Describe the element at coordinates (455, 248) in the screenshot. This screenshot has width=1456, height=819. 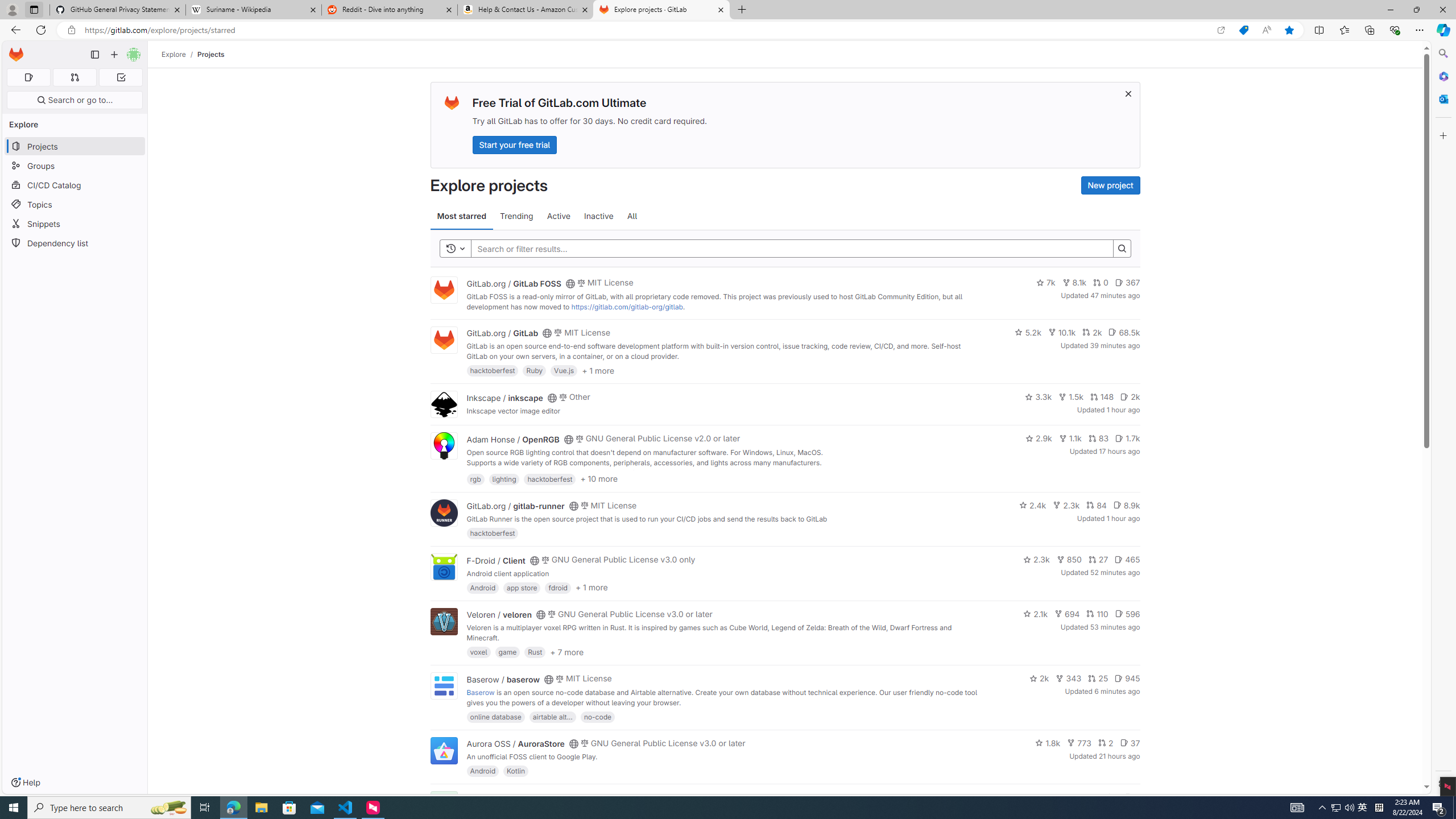
I see `'Toggle history'` at that location.